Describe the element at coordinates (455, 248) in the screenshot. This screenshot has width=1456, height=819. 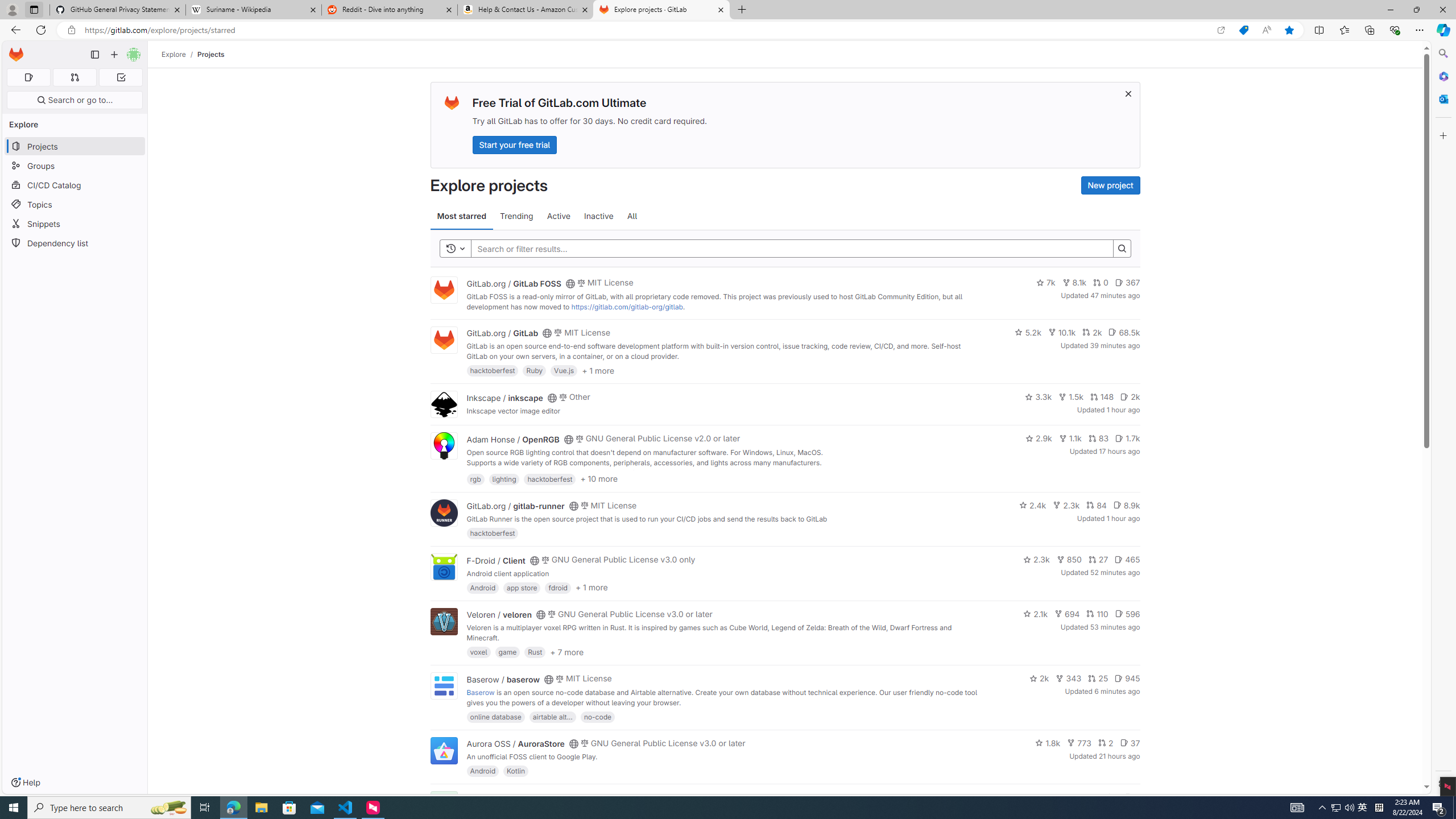
I see `'Toggle history'` at that location.